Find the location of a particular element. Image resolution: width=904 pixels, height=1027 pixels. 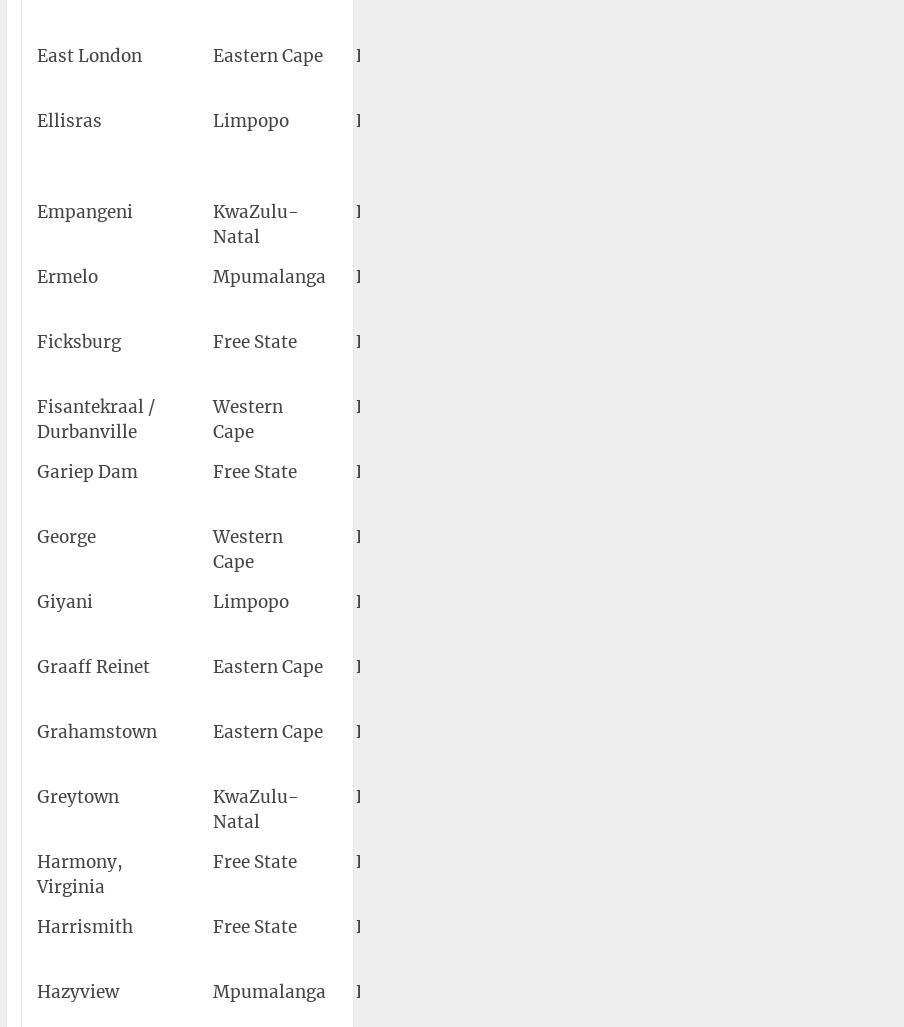

'FAHR' is located at coordinates (379, 926).